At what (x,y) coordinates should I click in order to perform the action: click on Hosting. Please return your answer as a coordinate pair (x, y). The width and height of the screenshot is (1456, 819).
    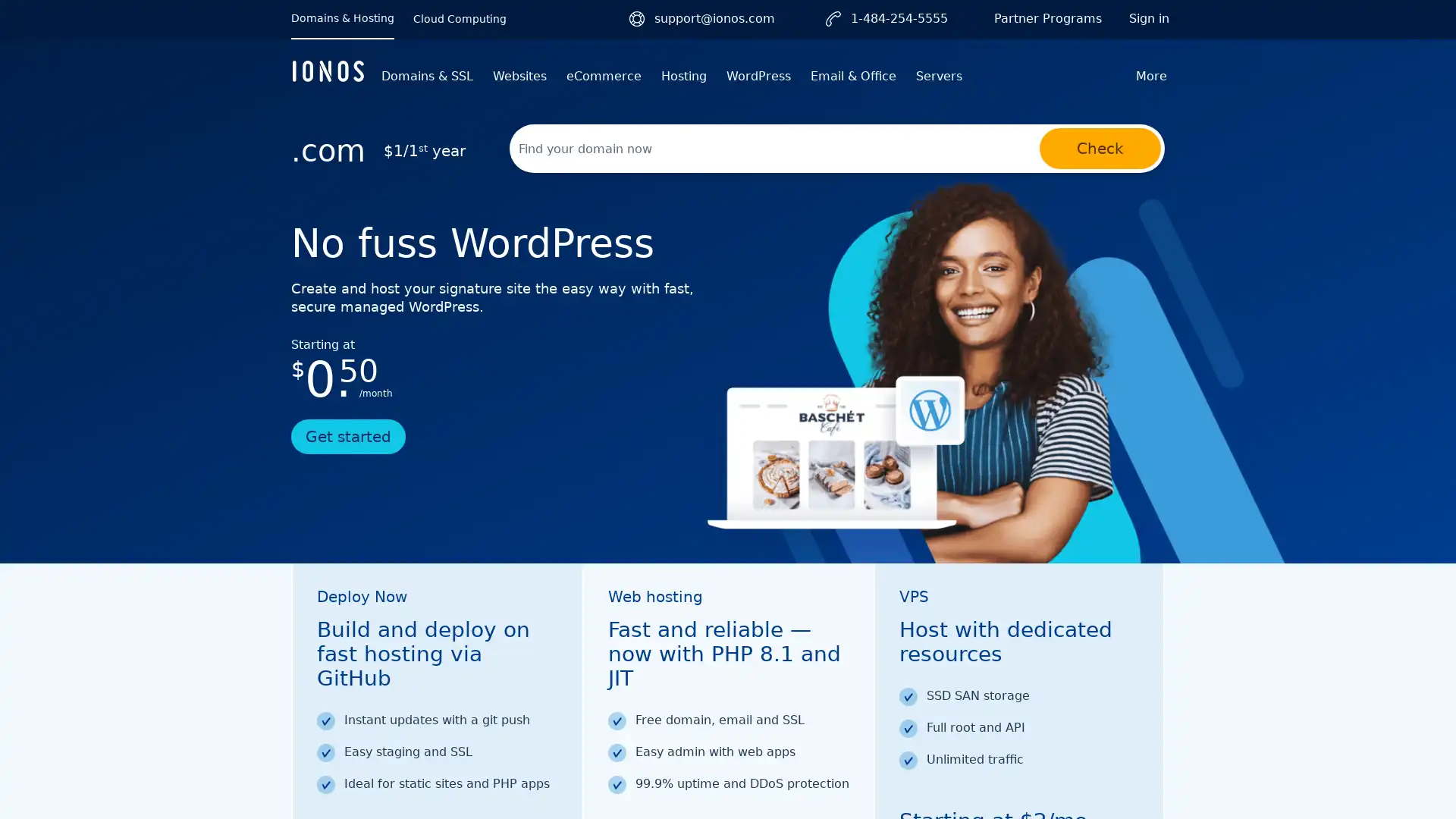
    Looking at the image, I should click on (683, 76).